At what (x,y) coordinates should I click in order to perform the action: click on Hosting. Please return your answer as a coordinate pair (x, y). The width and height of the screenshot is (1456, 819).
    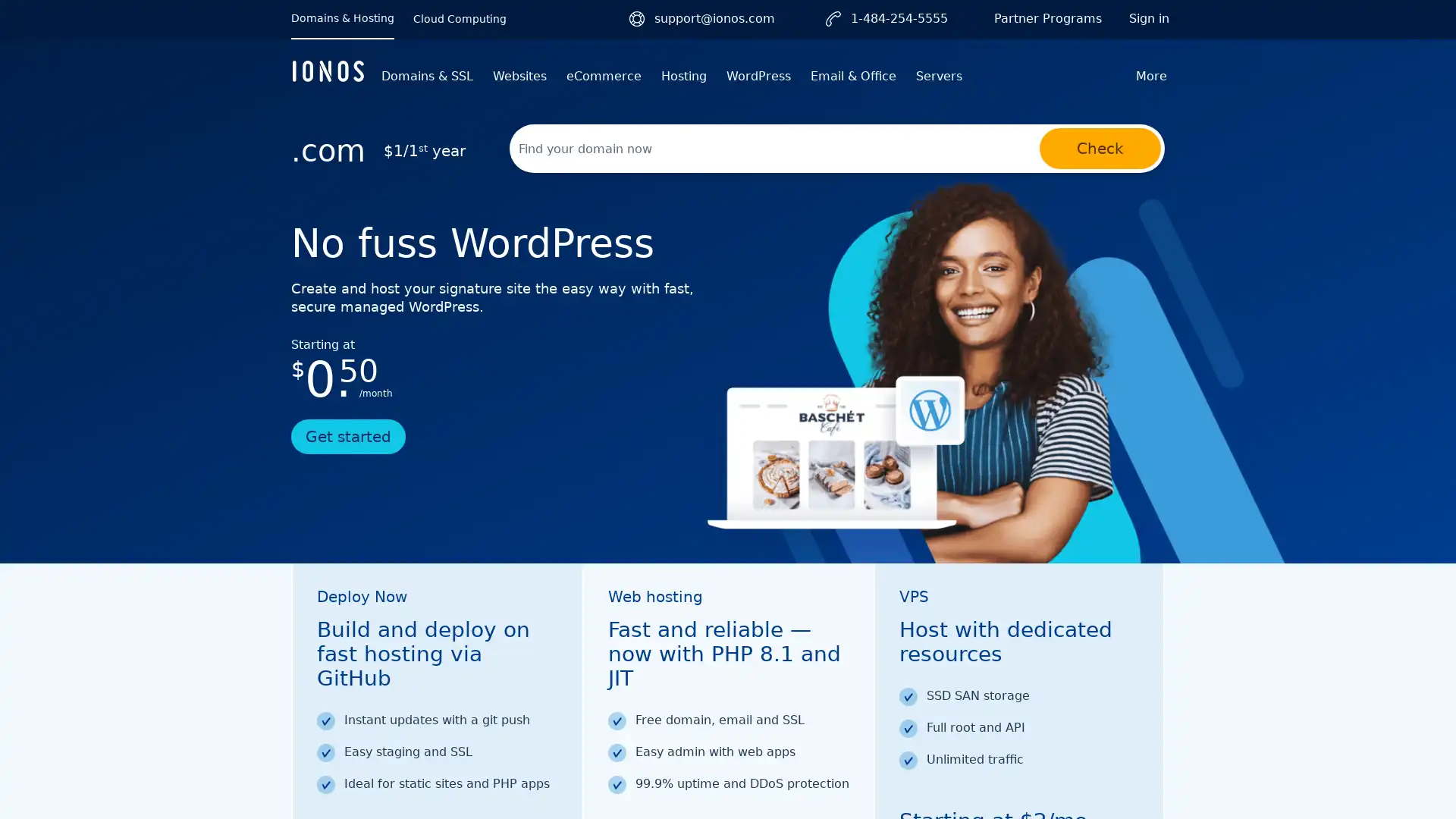
    Looking at the image, I should click on (683, 76).